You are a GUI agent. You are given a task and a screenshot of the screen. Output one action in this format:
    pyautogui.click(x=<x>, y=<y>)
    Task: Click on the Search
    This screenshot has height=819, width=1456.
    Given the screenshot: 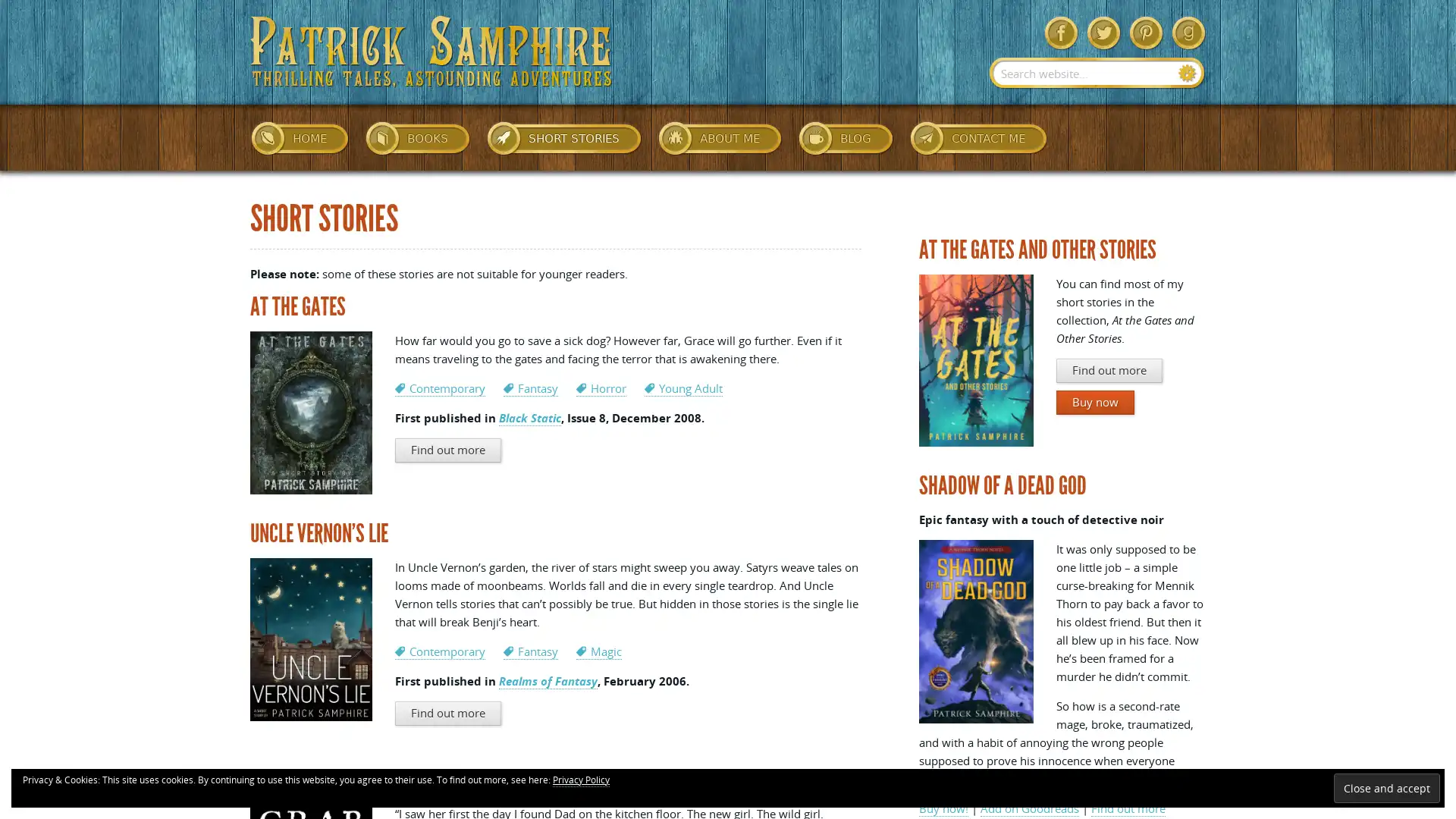 What is the action you would take?
    pyautogui.click(x=1187, y=73)
    